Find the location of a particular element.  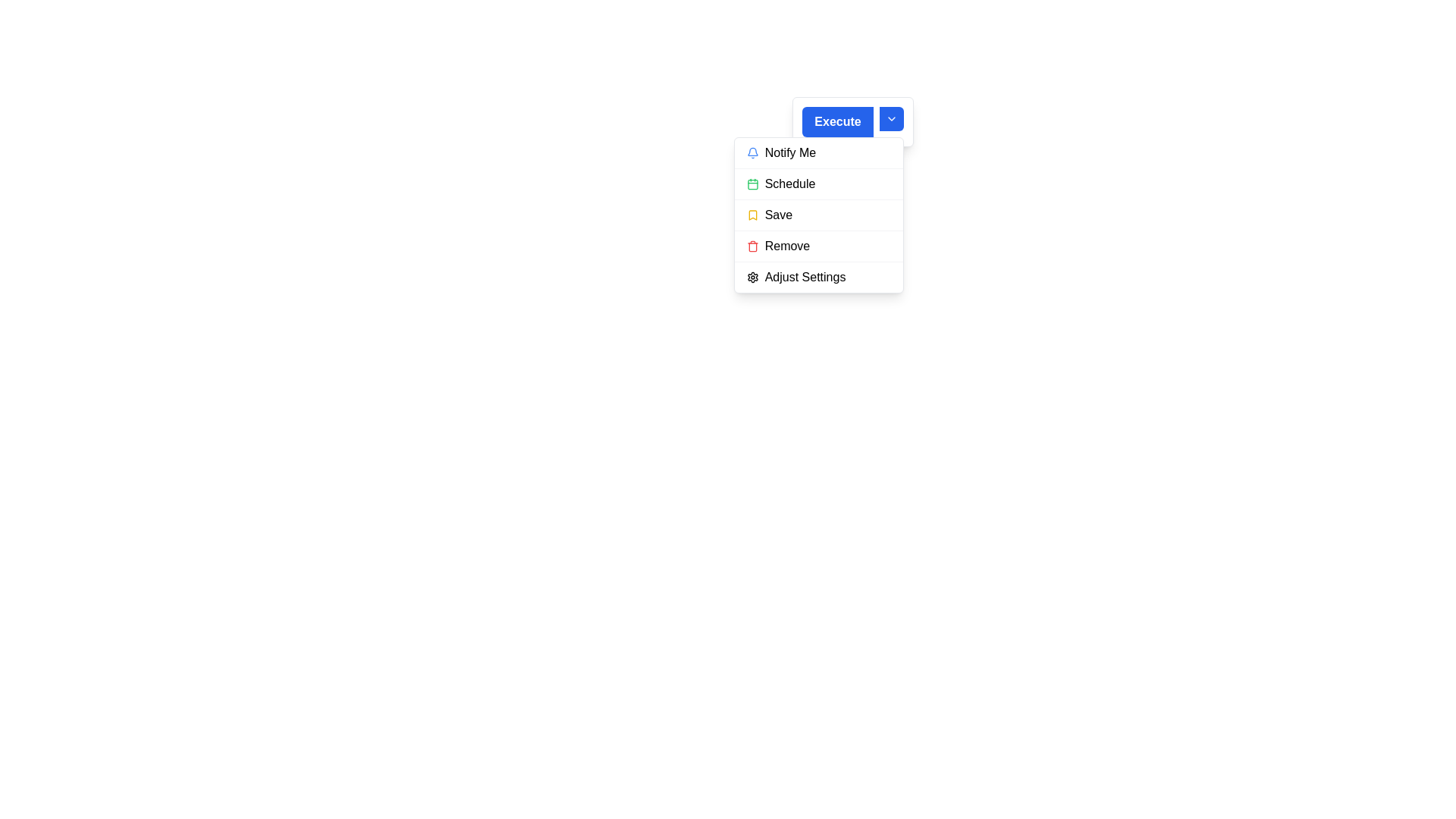

the second option in the vertical dropdown menu below the blue 'Execute' button is located at coordinates (817, 183).